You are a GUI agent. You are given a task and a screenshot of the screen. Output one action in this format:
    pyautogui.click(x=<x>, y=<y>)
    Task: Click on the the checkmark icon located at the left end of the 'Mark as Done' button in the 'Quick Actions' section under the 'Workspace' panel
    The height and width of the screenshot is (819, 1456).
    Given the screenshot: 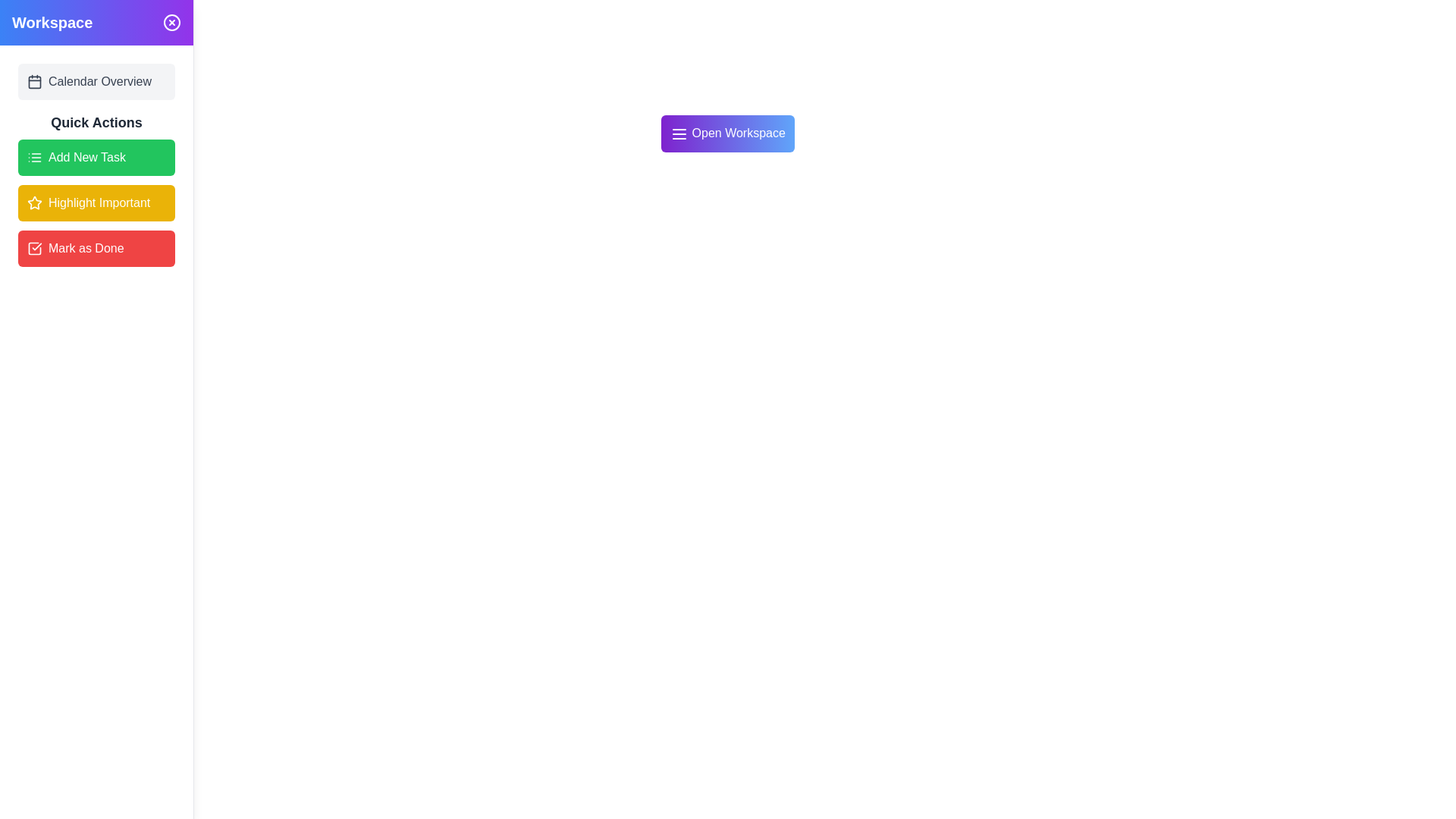 What is the action you would take?
    pyautogui.click(x=35, y=247)
    